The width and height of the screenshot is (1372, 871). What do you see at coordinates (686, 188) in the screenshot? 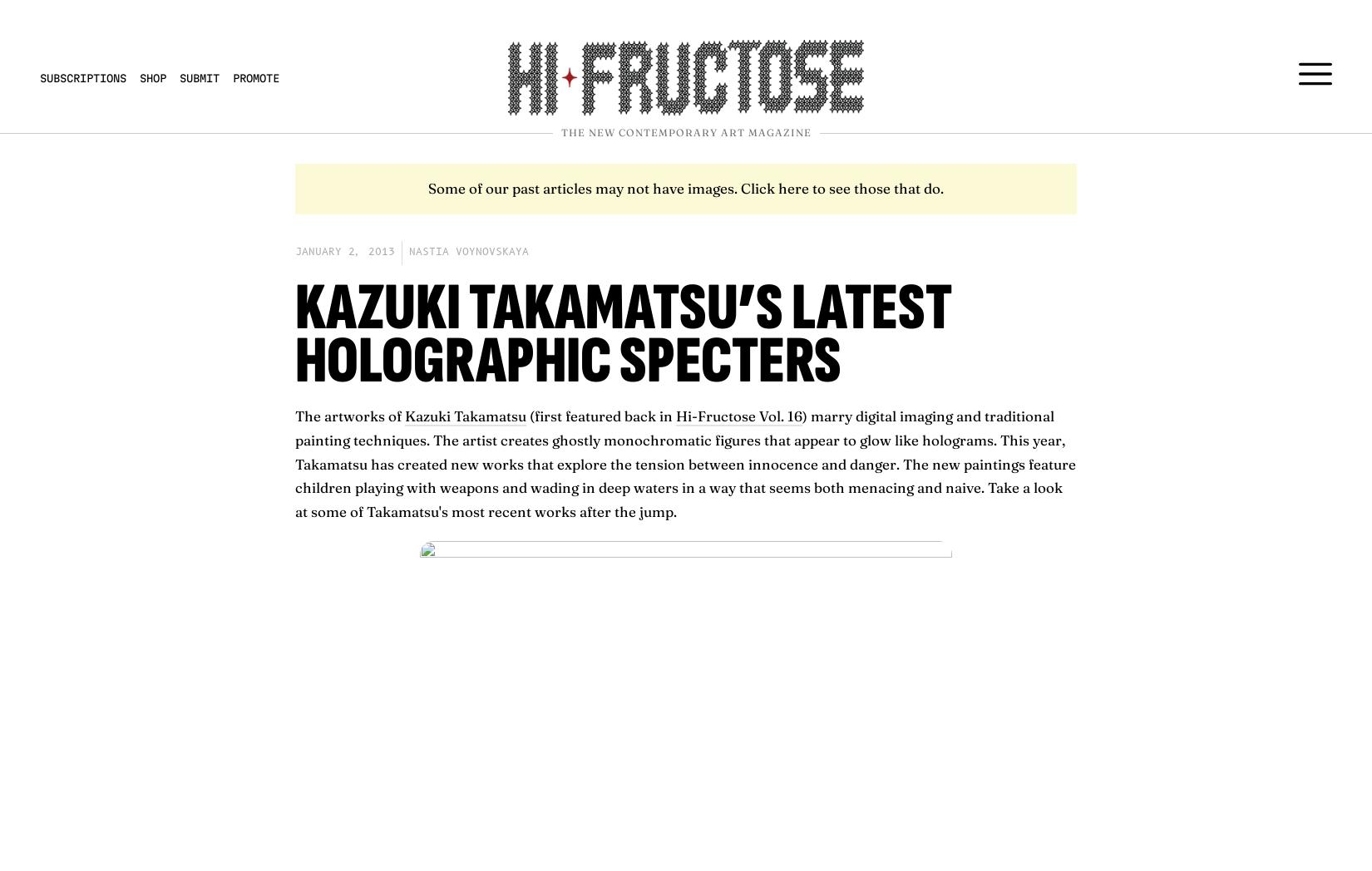
I see `'Some of our past articles may not have images. Click here to see those that do.'` at bounding box center [686, 188].